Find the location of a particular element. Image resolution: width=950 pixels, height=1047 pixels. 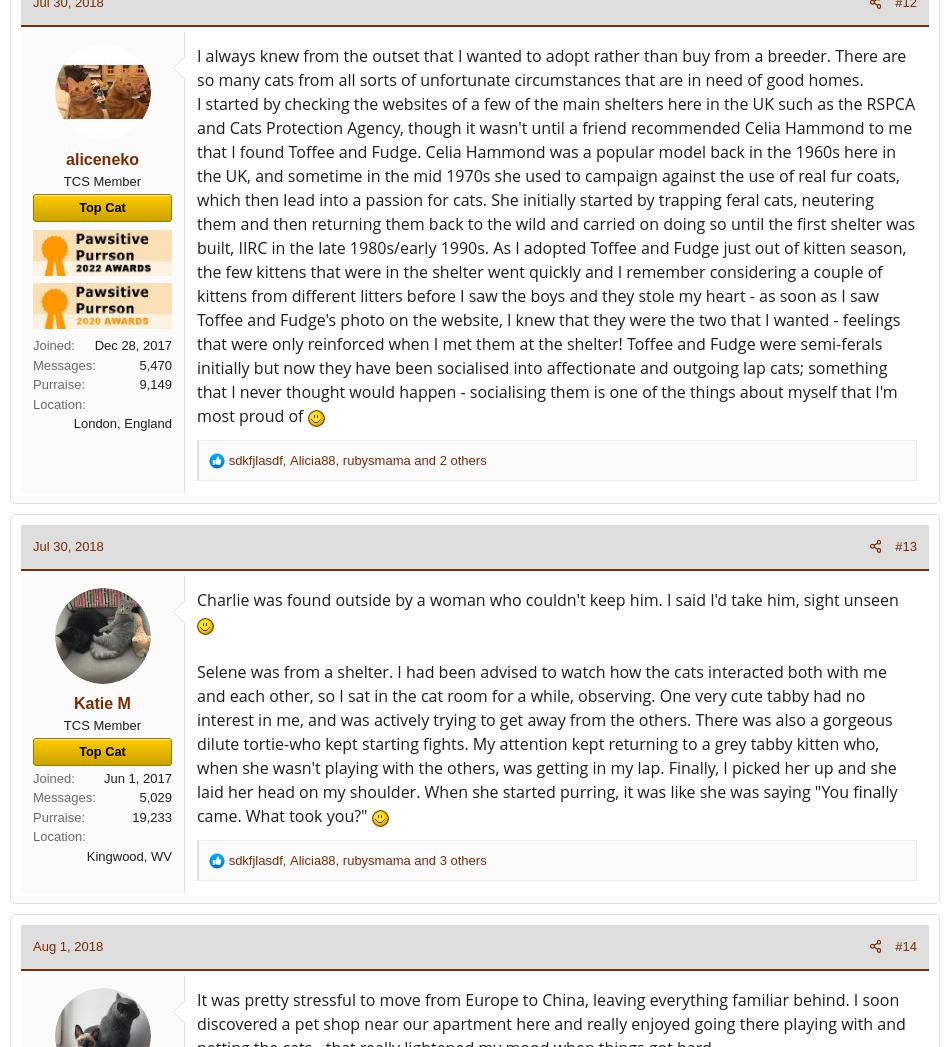

'9,149' is located at coordinates (155, 383).